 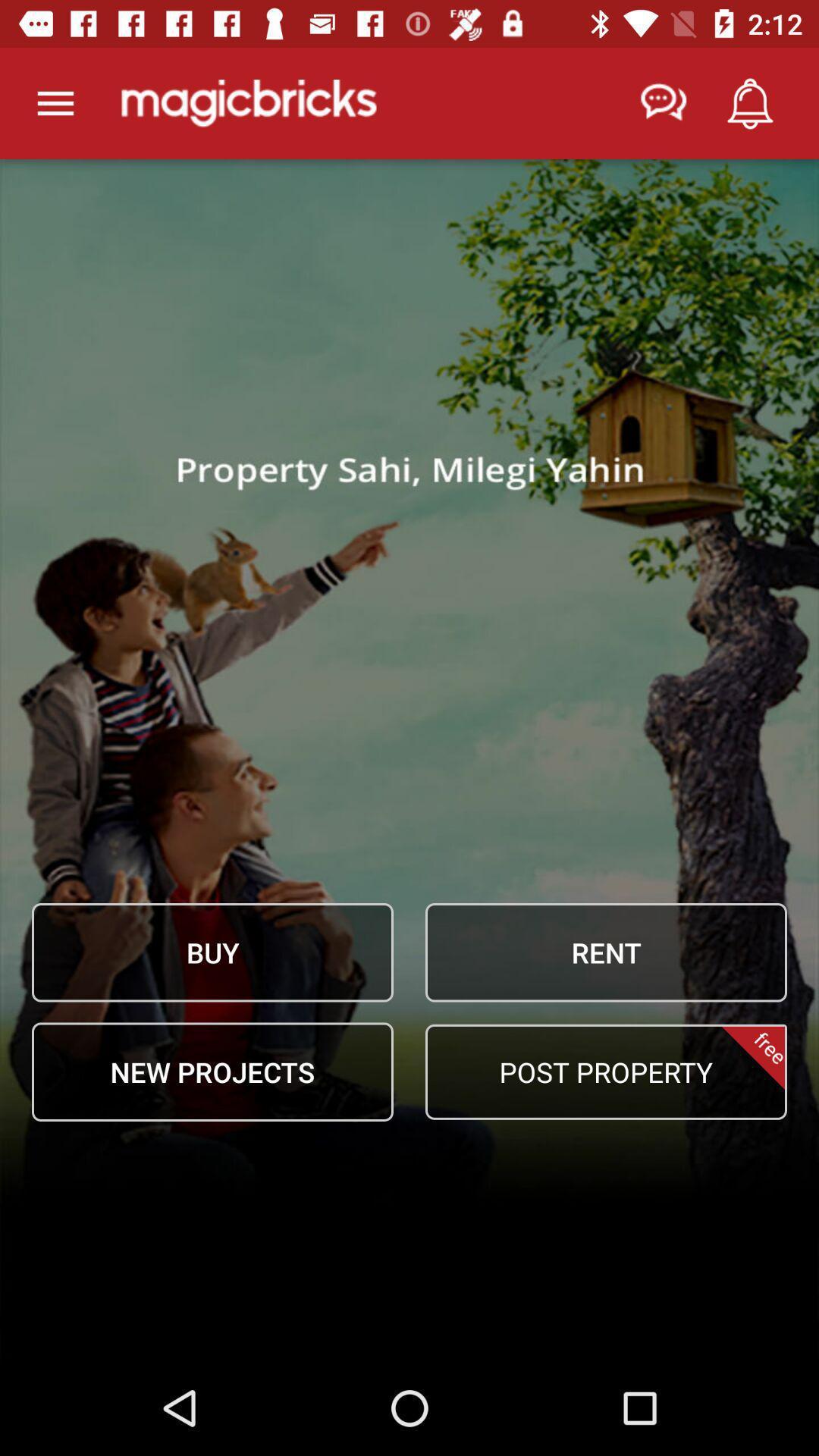 I want to click on the item above new projects, so click(x=212, y=952).